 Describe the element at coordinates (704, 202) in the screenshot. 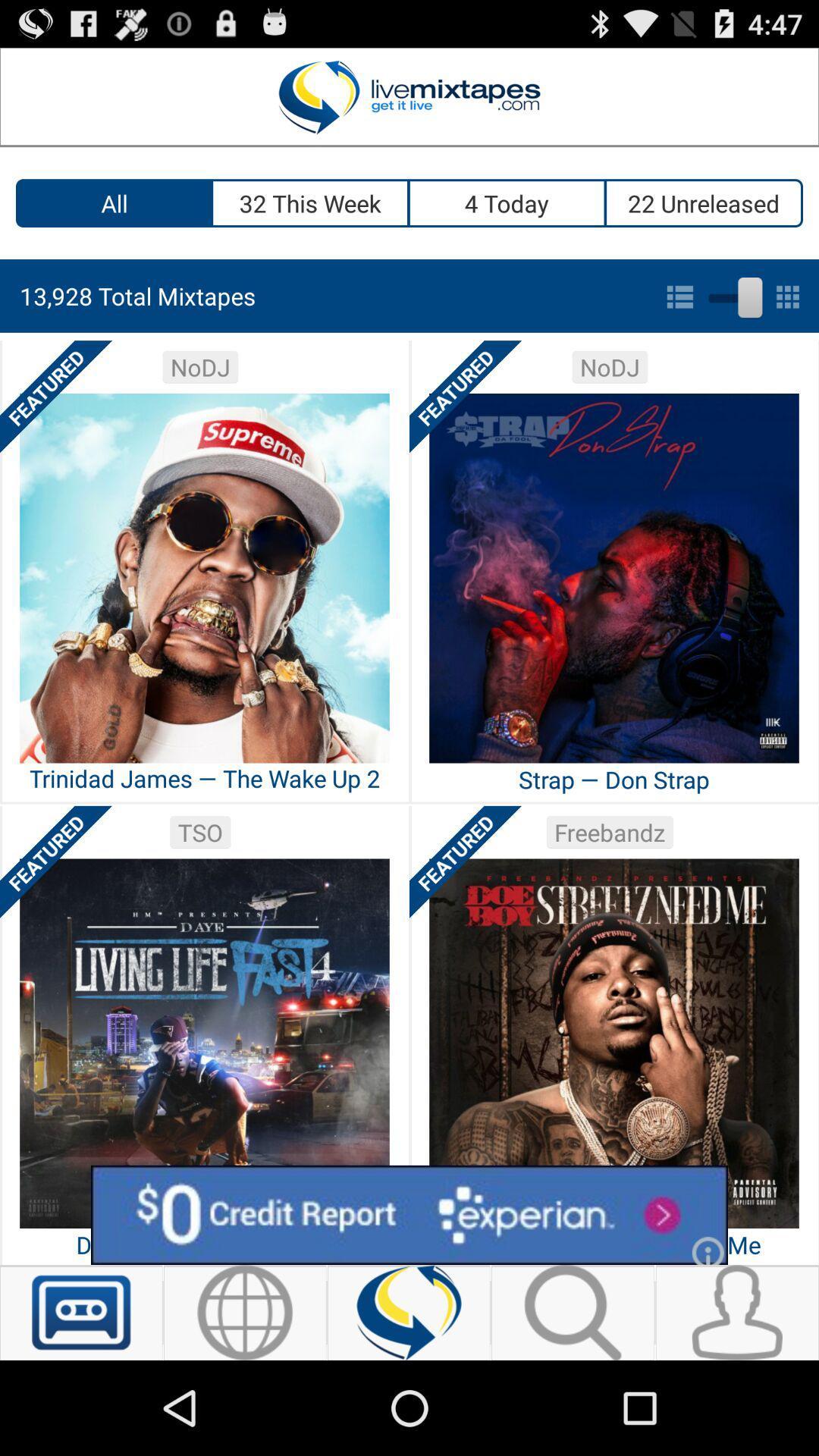

I see `22 unreleased icon` at that location.